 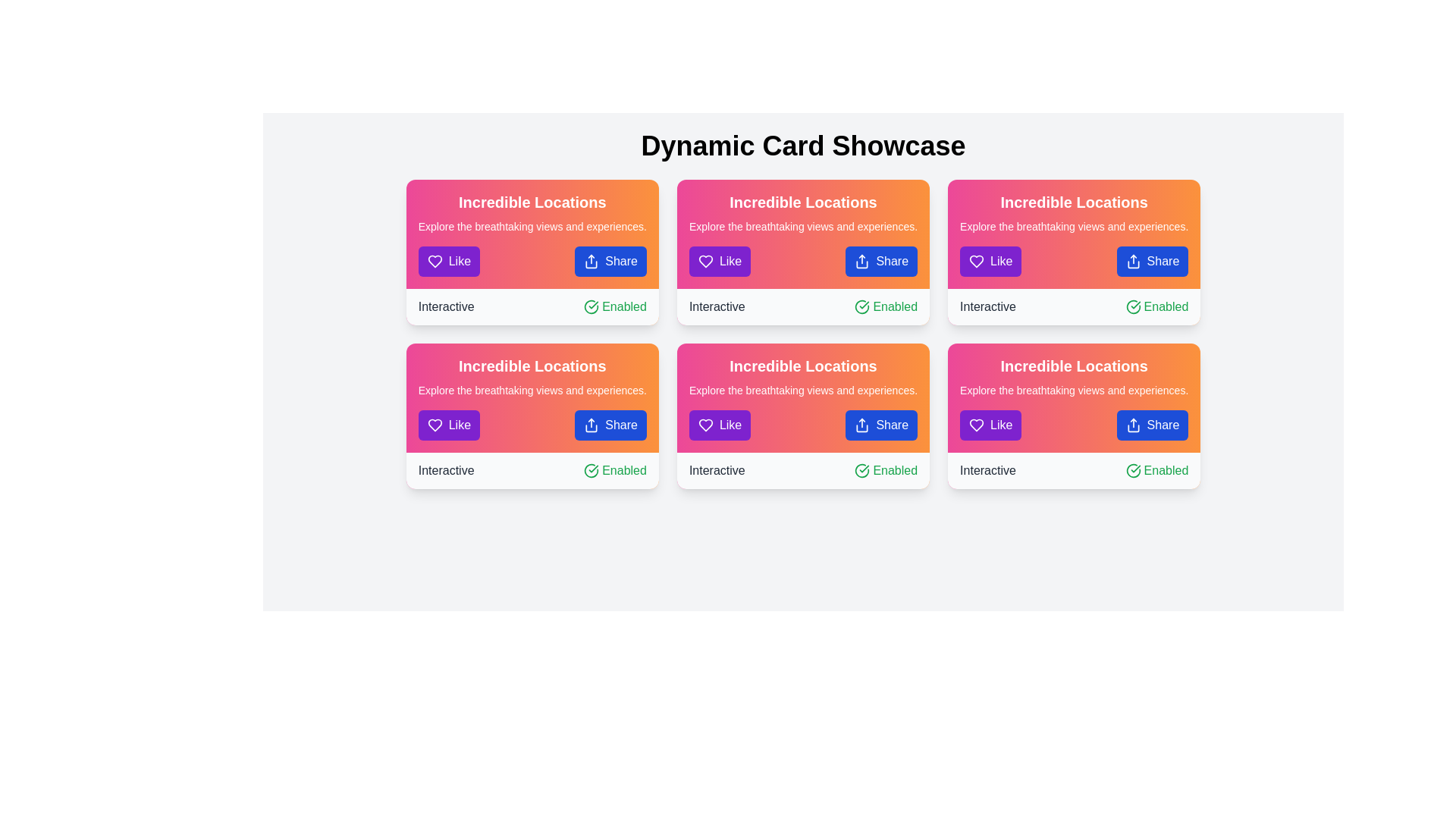 I want to click on the 'Enabled' label with a green checkmark icon located in the bottom-right corner of the second card in the first row of the grid layout, so click(x=1156, y=307).